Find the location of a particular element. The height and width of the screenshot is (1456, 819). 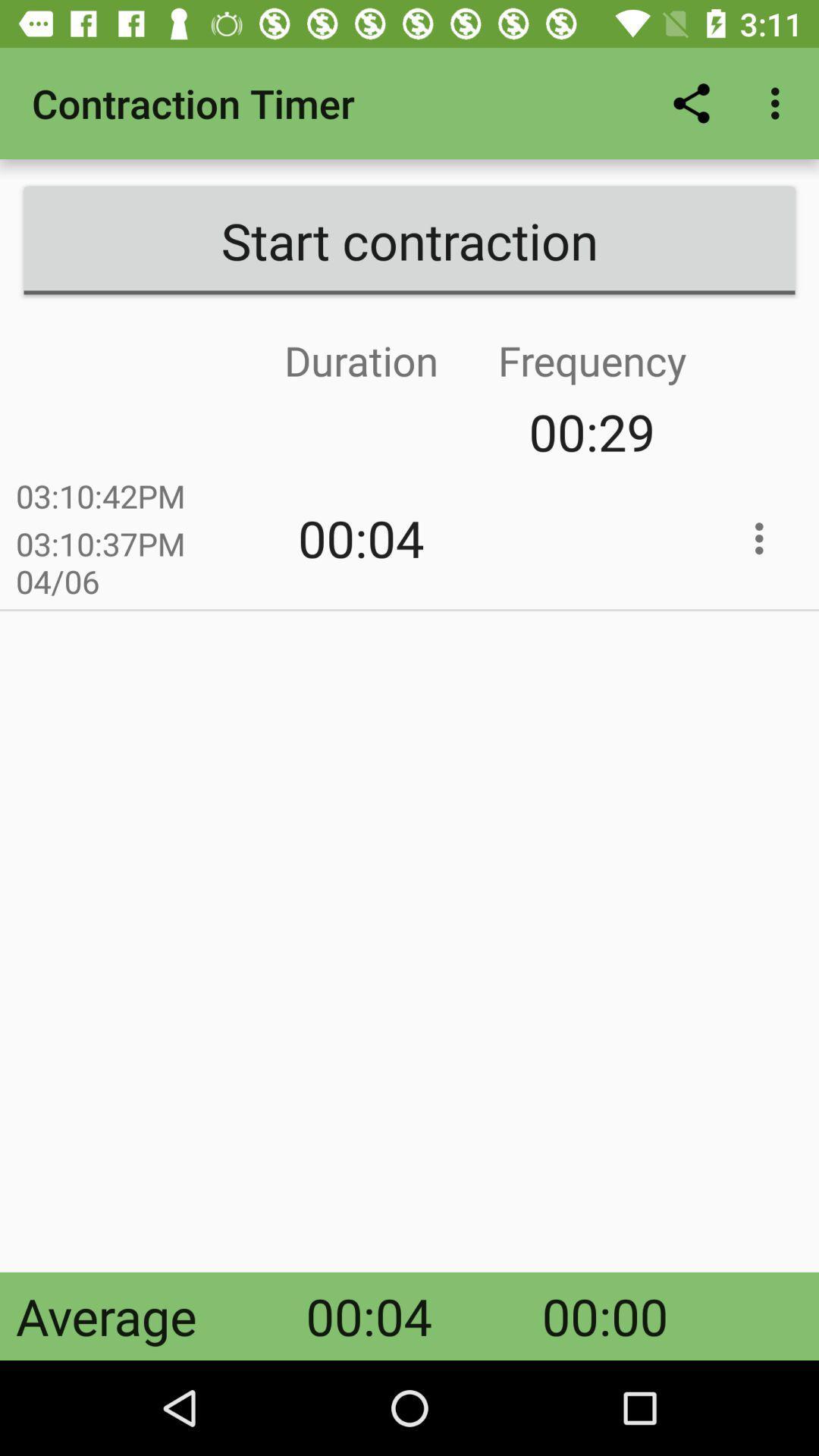

the text which is in between average and 0000 is located at coordinates (369, 1316).